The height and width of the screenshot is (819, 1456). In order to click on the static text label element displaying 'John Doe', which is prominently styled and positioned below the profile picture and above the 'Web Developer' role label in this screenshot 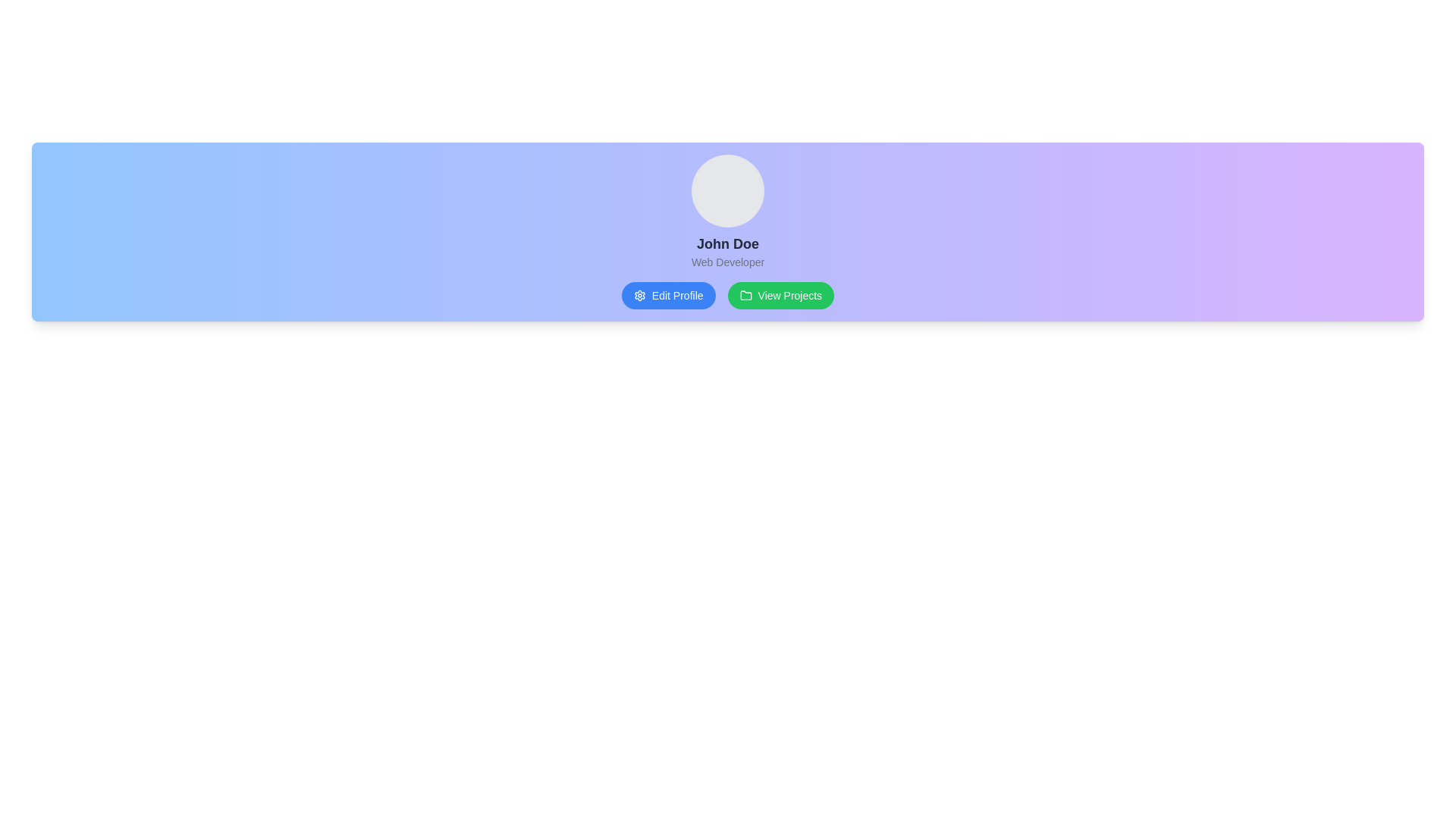, I will do `click(728, 243)`.